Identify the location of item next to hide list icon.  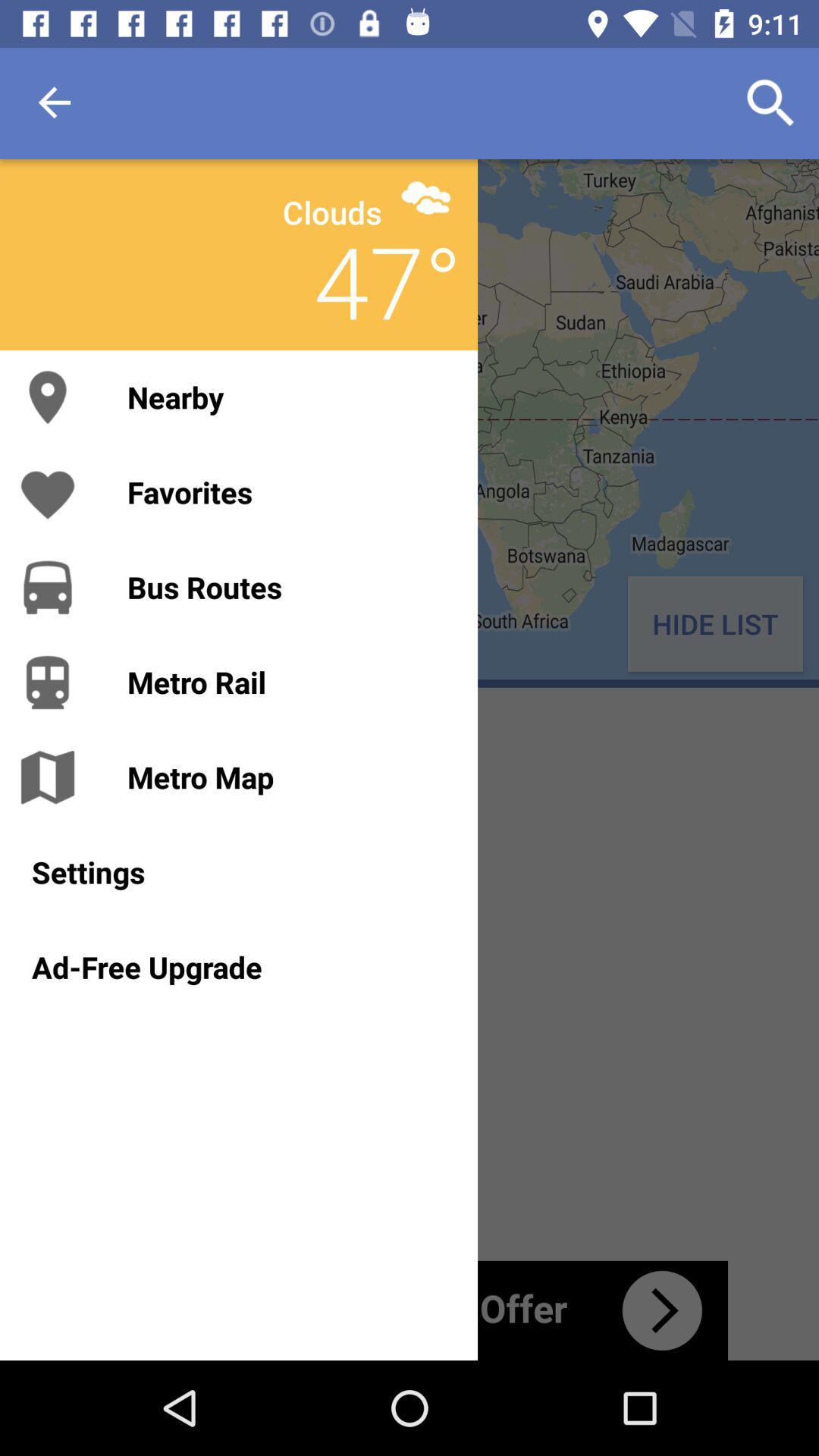
(287, 586).